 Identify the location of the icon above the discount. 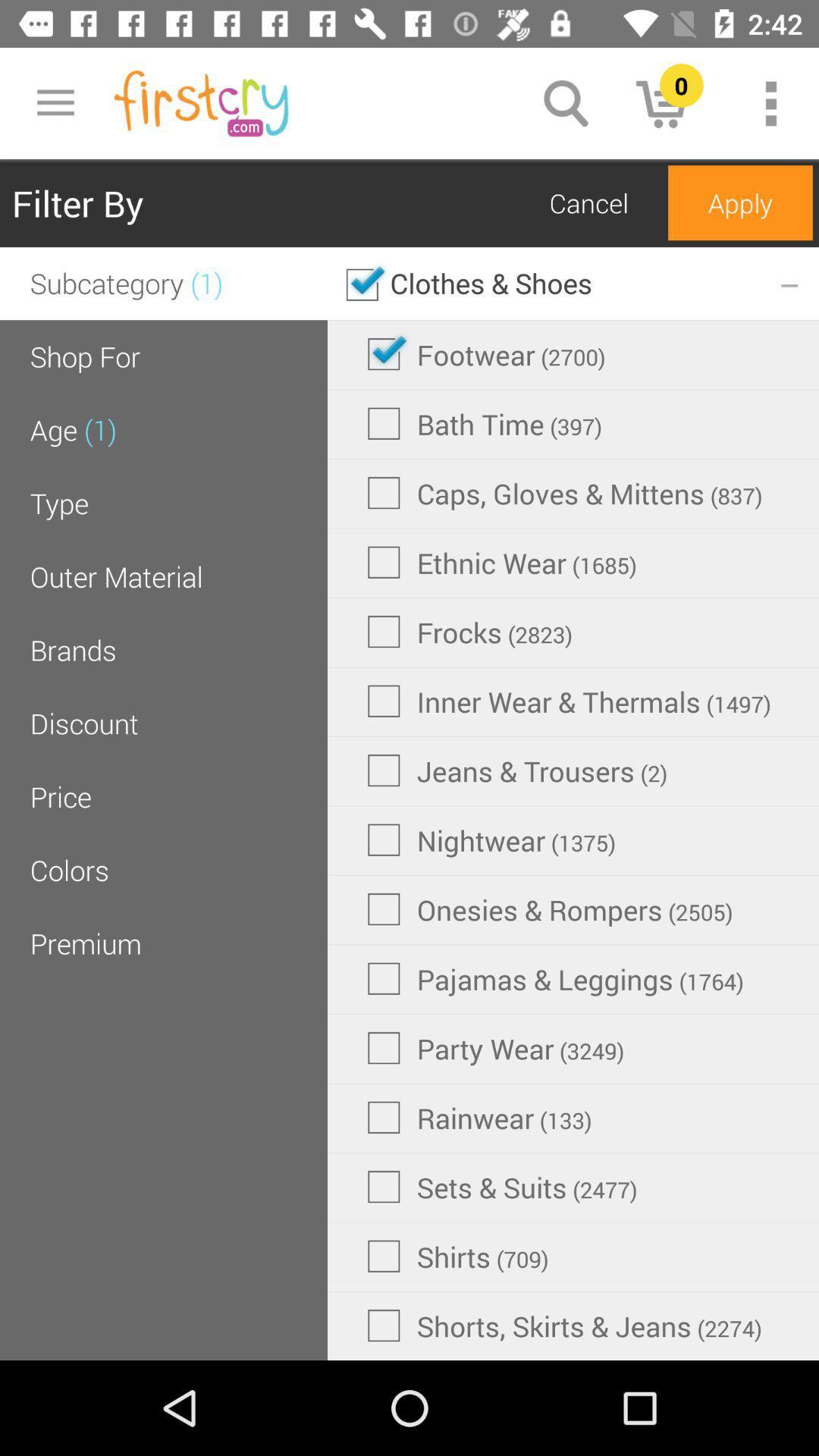
(73, 650).